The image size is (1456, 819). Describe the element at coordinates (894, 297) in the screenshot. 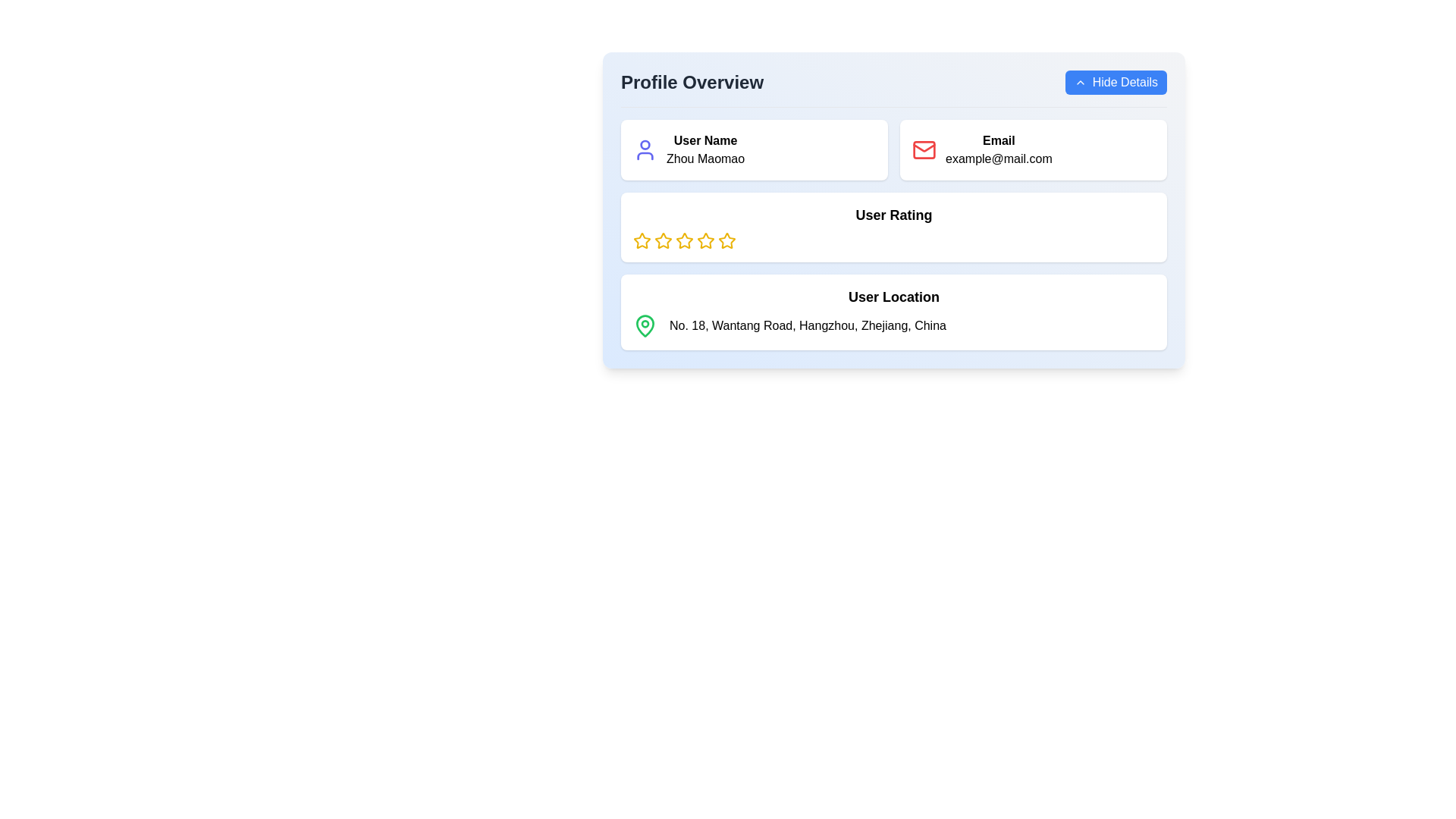

I see `the 'User Location' text label, which is styled in bold and positioned above the address details within a card at the bottom of the card content` at that location.